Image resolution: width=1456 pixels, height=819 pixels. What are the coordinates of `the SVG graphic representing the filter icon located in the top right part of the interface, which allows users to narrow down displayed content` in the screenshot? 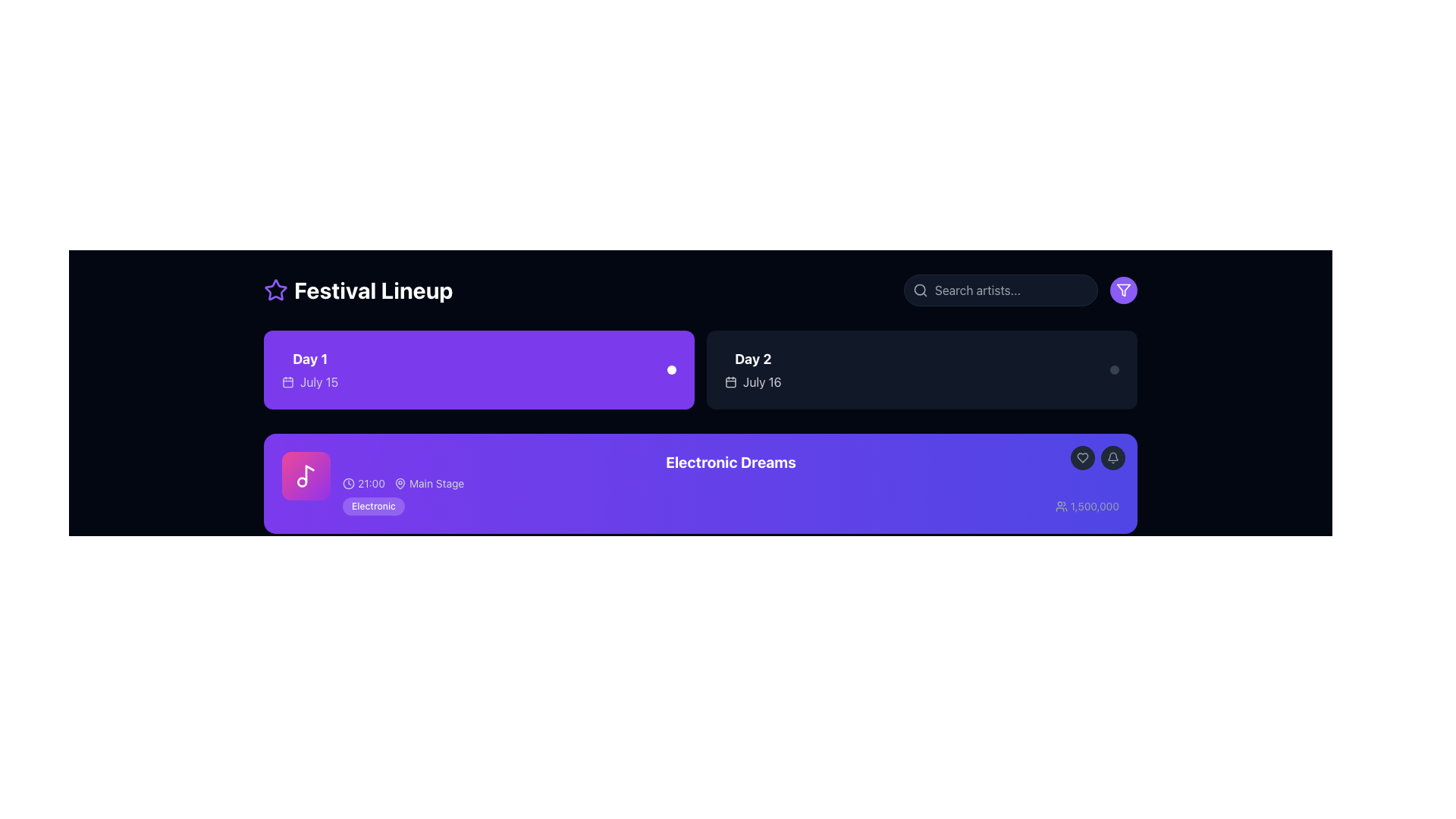 It's located at (1124, 290).